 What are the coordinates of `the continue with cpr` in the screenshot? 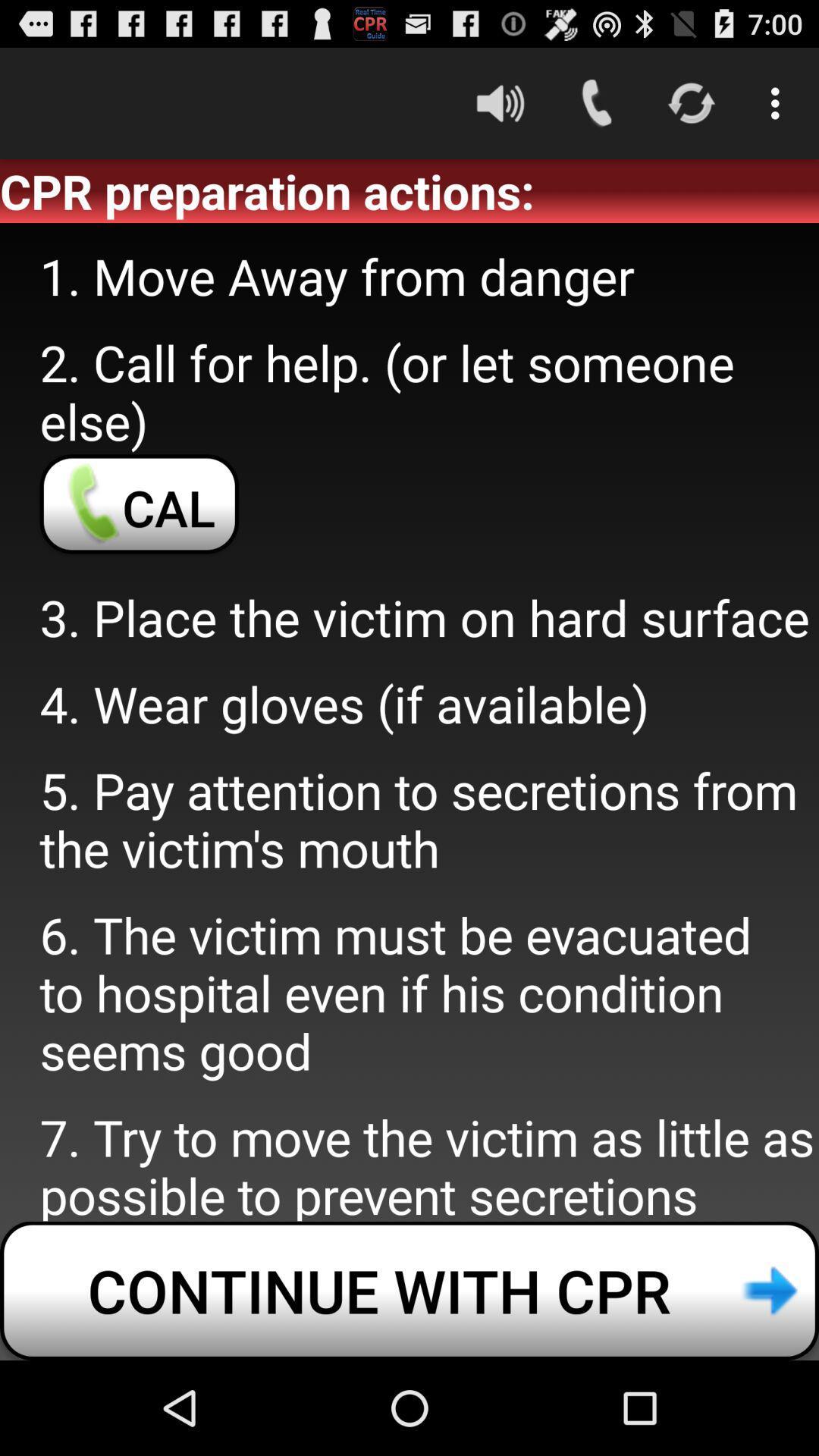 It's located at (409, 1290).